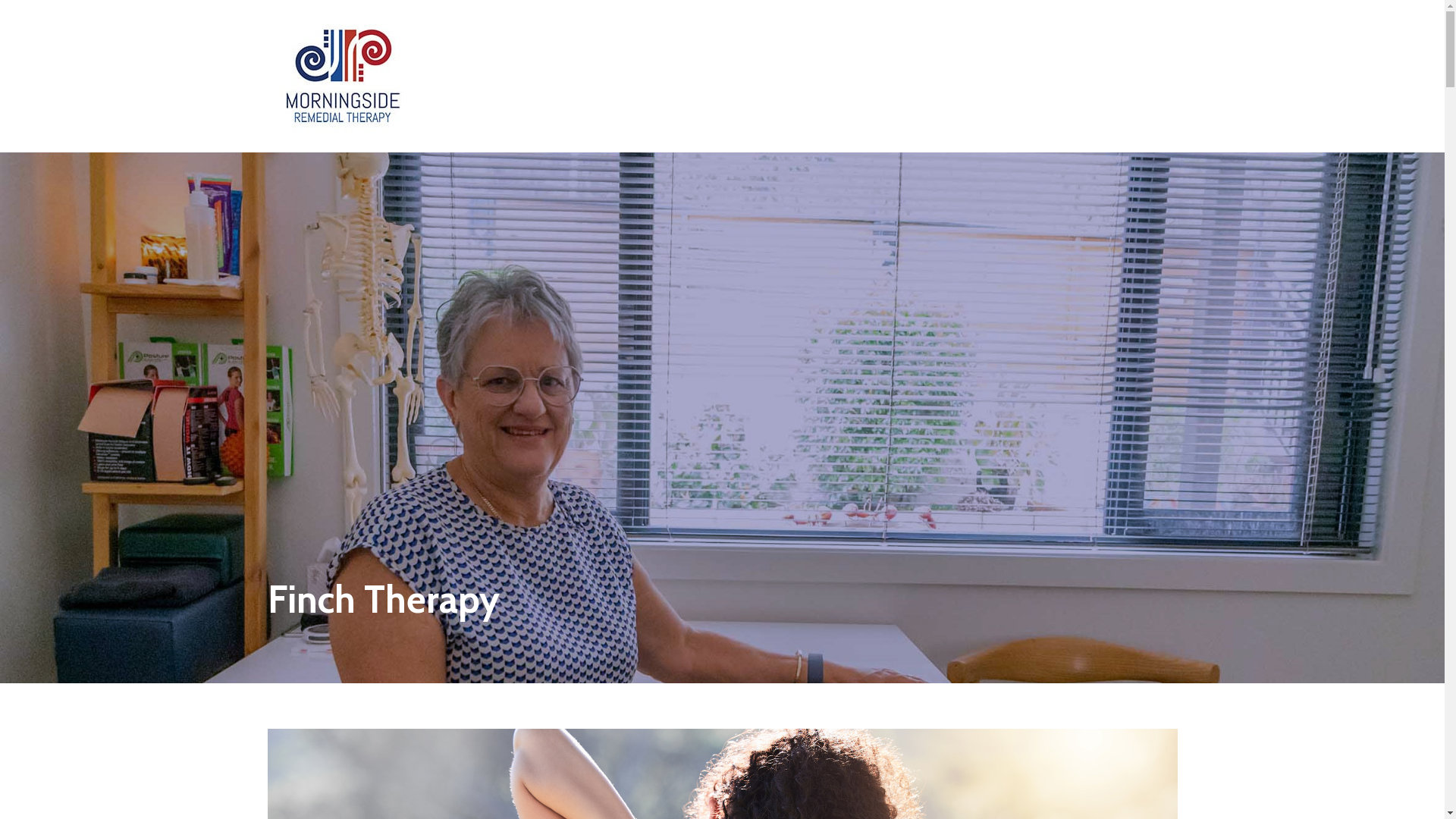 Image resolution: width=1456 pixels, height=819 pixels. Describe the element at coordinates (679, 34) in the screenshot. I see `'HOME'` at that location.